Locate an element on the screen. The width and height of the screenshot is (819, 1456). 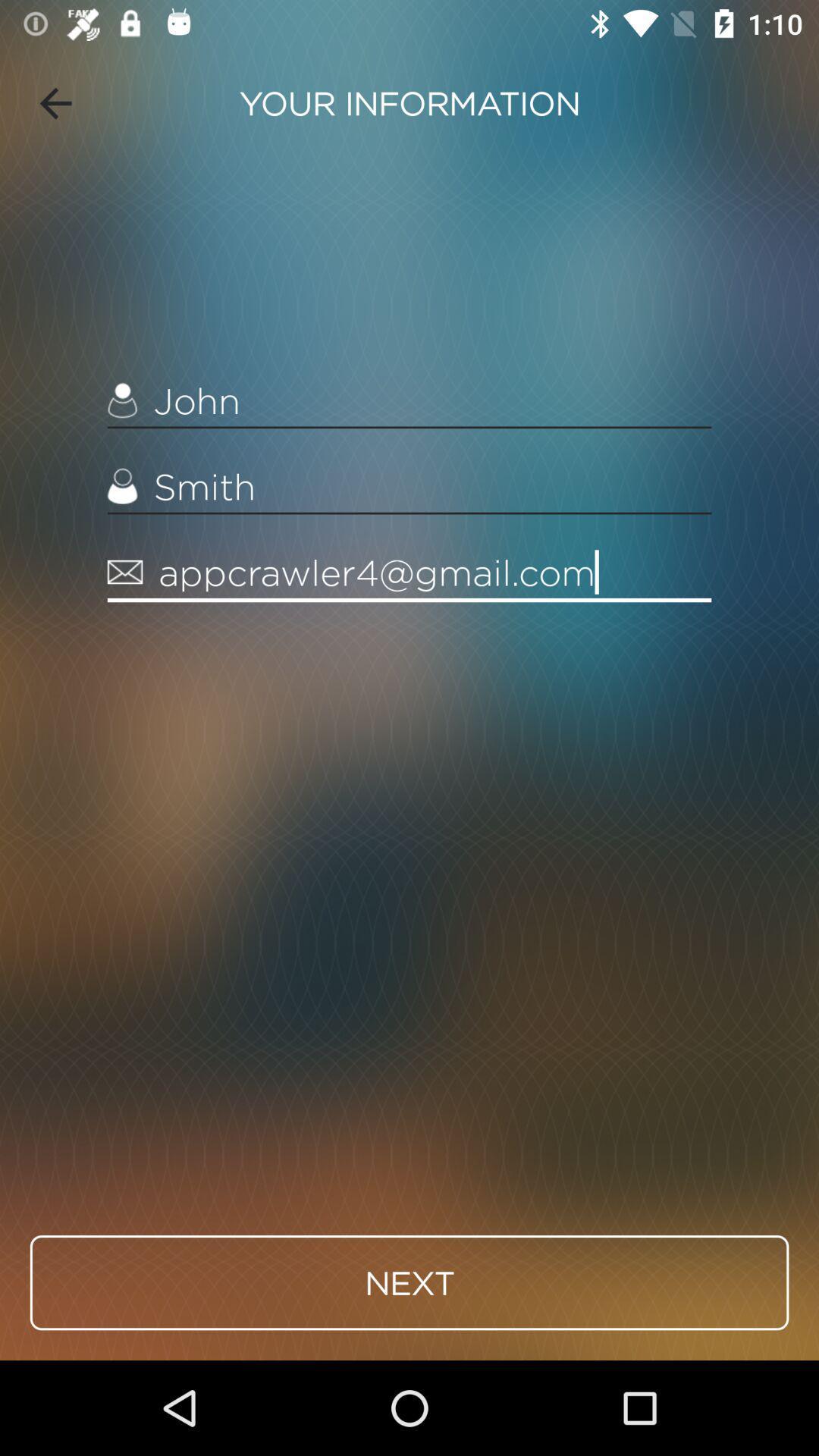
the next button is located at coordinates (409, 1282).